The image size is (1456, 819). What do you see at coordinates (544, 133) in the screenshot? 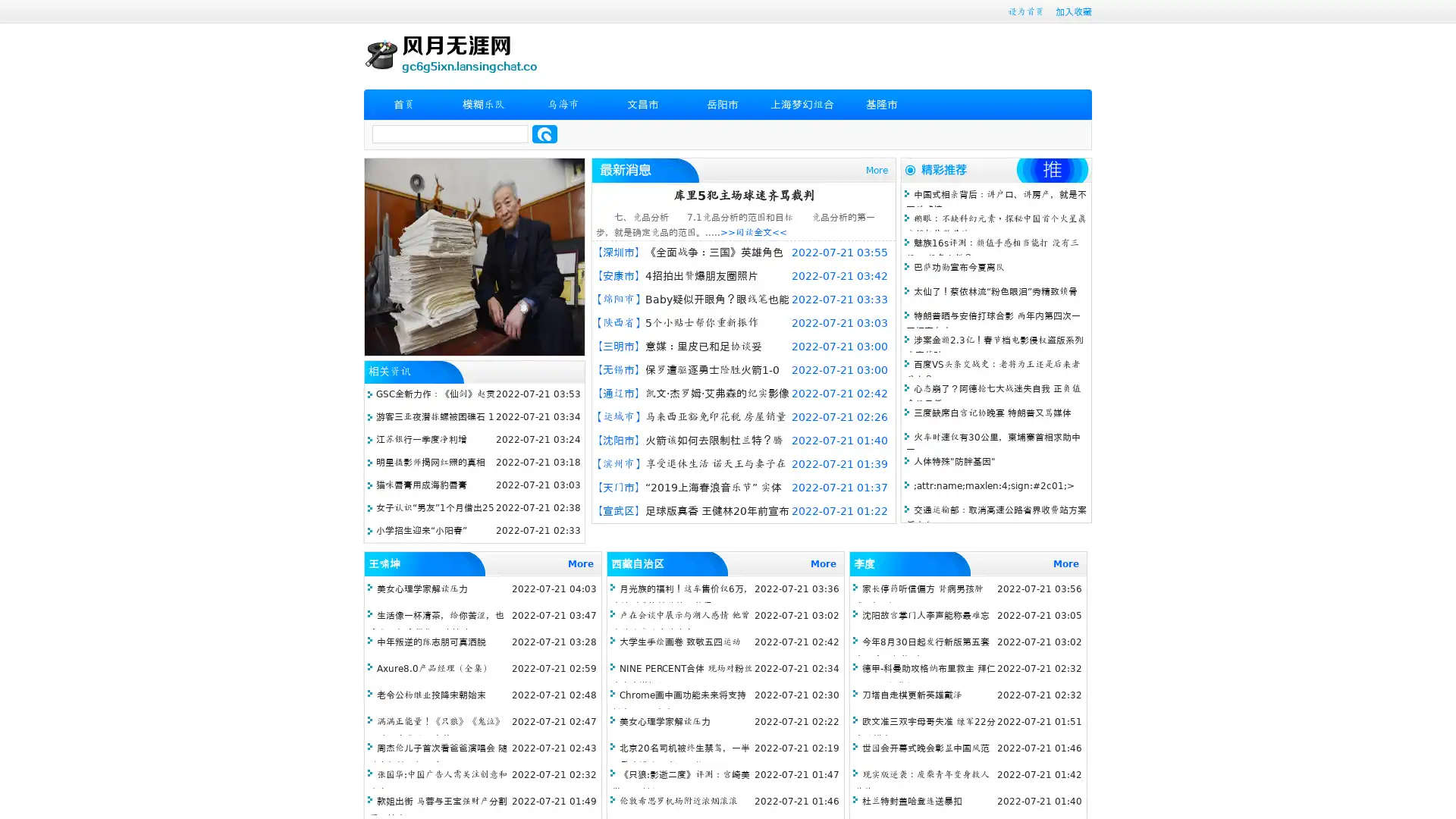
I see `Search` at bounding box center [544, 133].